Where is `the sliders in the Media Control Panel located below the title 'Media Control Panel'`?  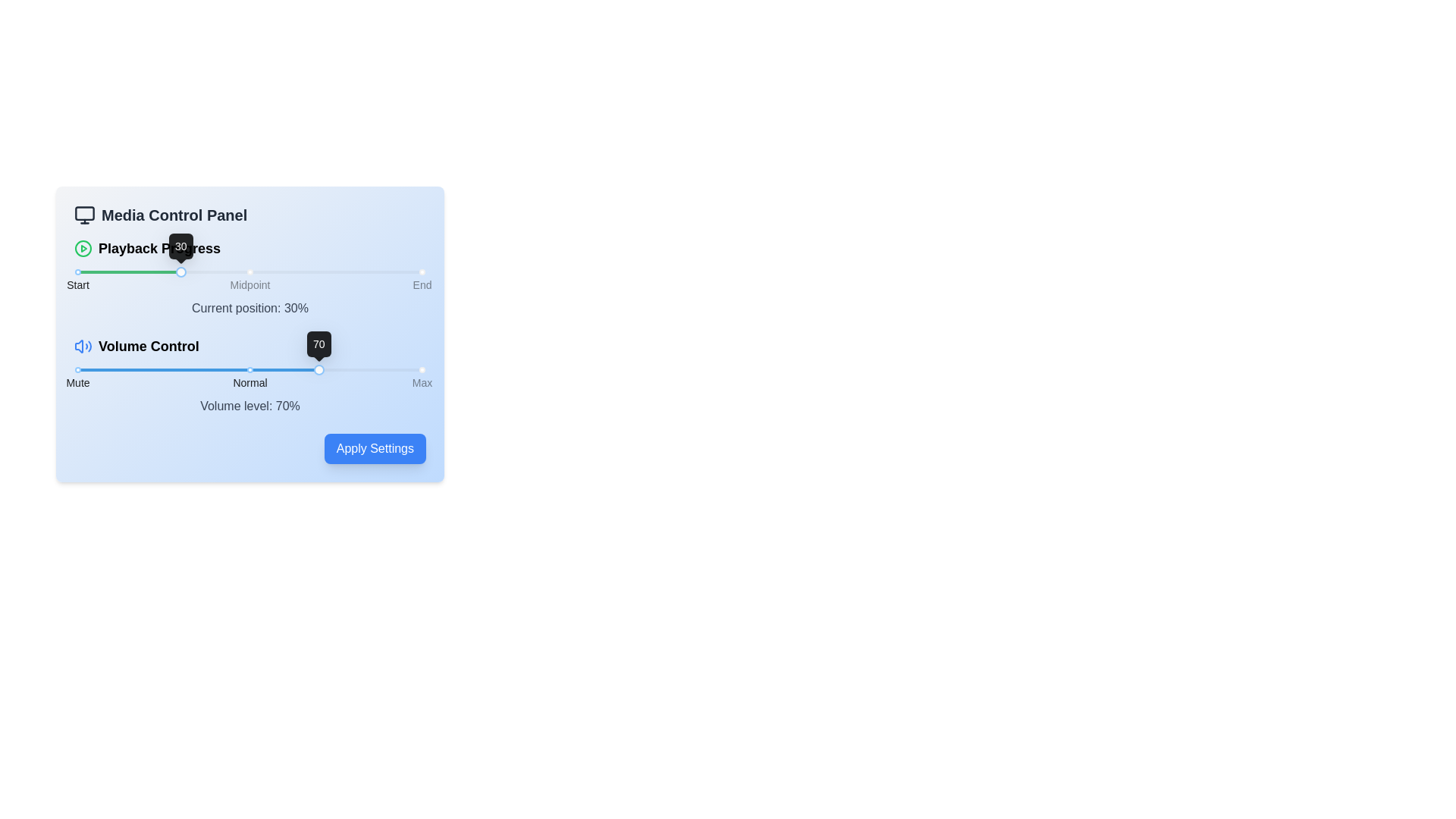 the sliders in the Media Control Panel located below the title 'Media Control Panel' is located at coordinates (250, 326).